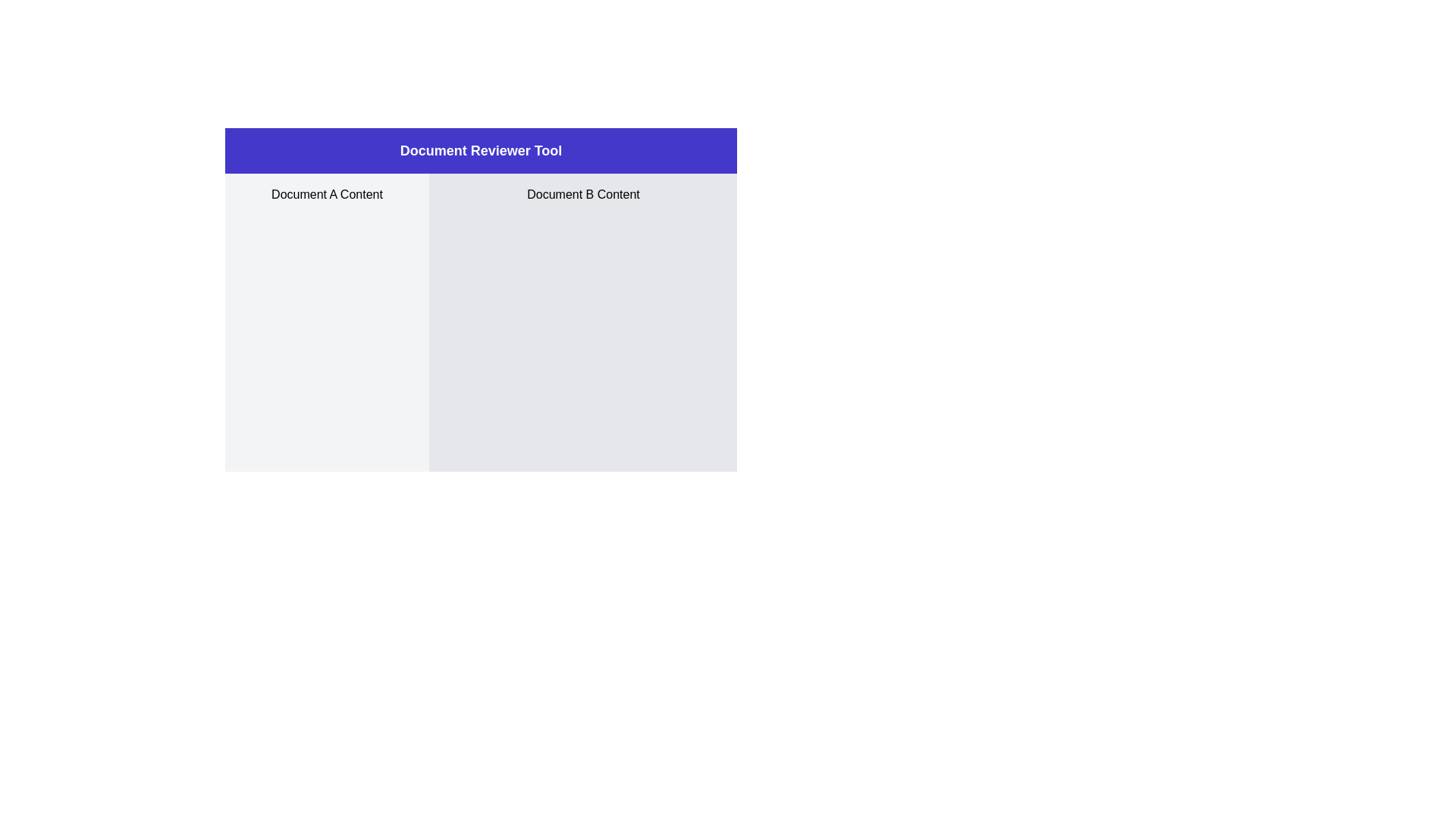  Describe the element at coordinates (480, 151) in the screenshot. I see `the top horizontal bar labeled 'Document Reviewer Tool' with a purple background containing bold white text` at that location.